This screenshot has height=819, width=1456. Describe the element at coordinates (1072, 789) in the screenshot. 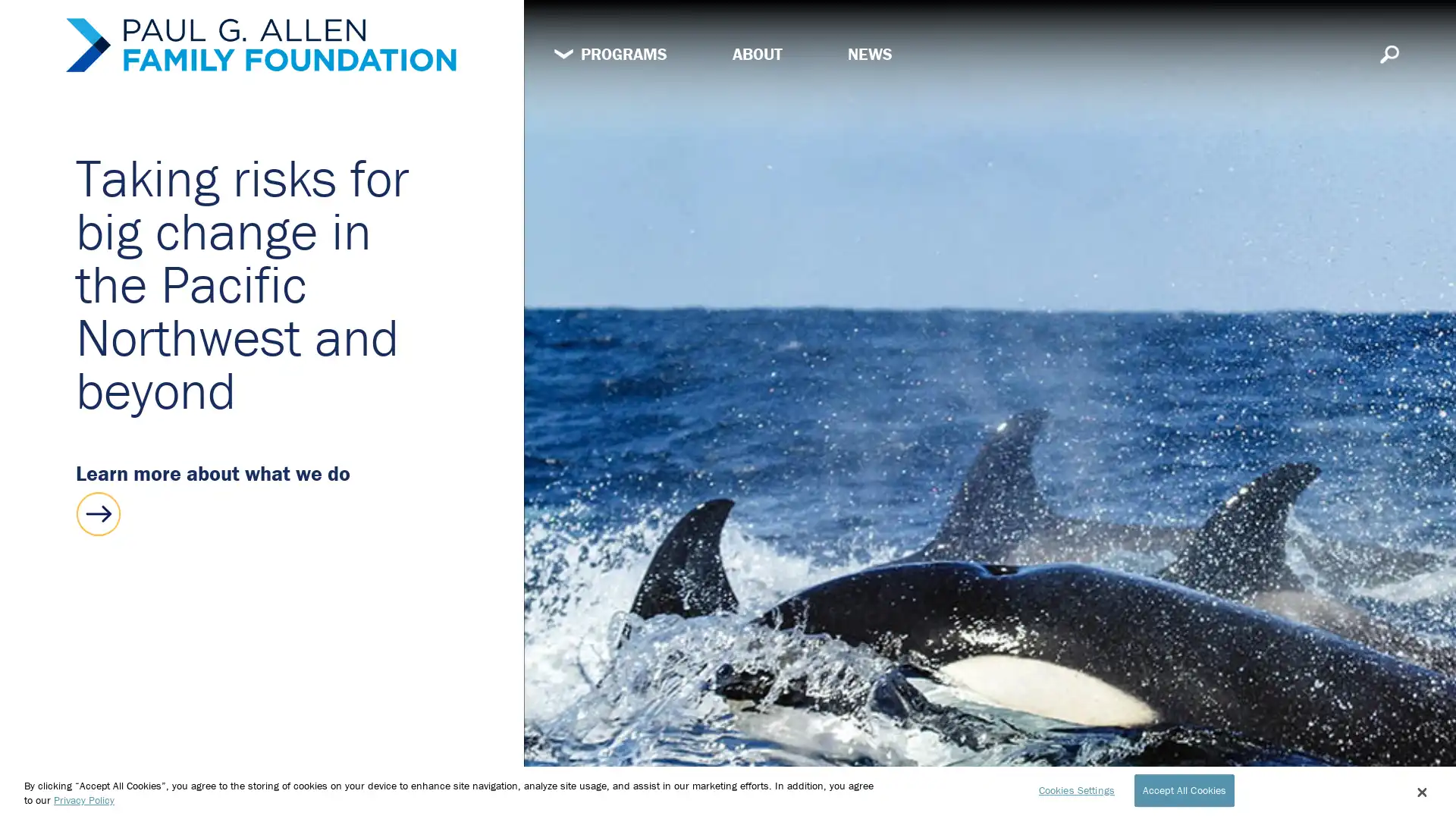

I see `Cookies Settings` at that location.